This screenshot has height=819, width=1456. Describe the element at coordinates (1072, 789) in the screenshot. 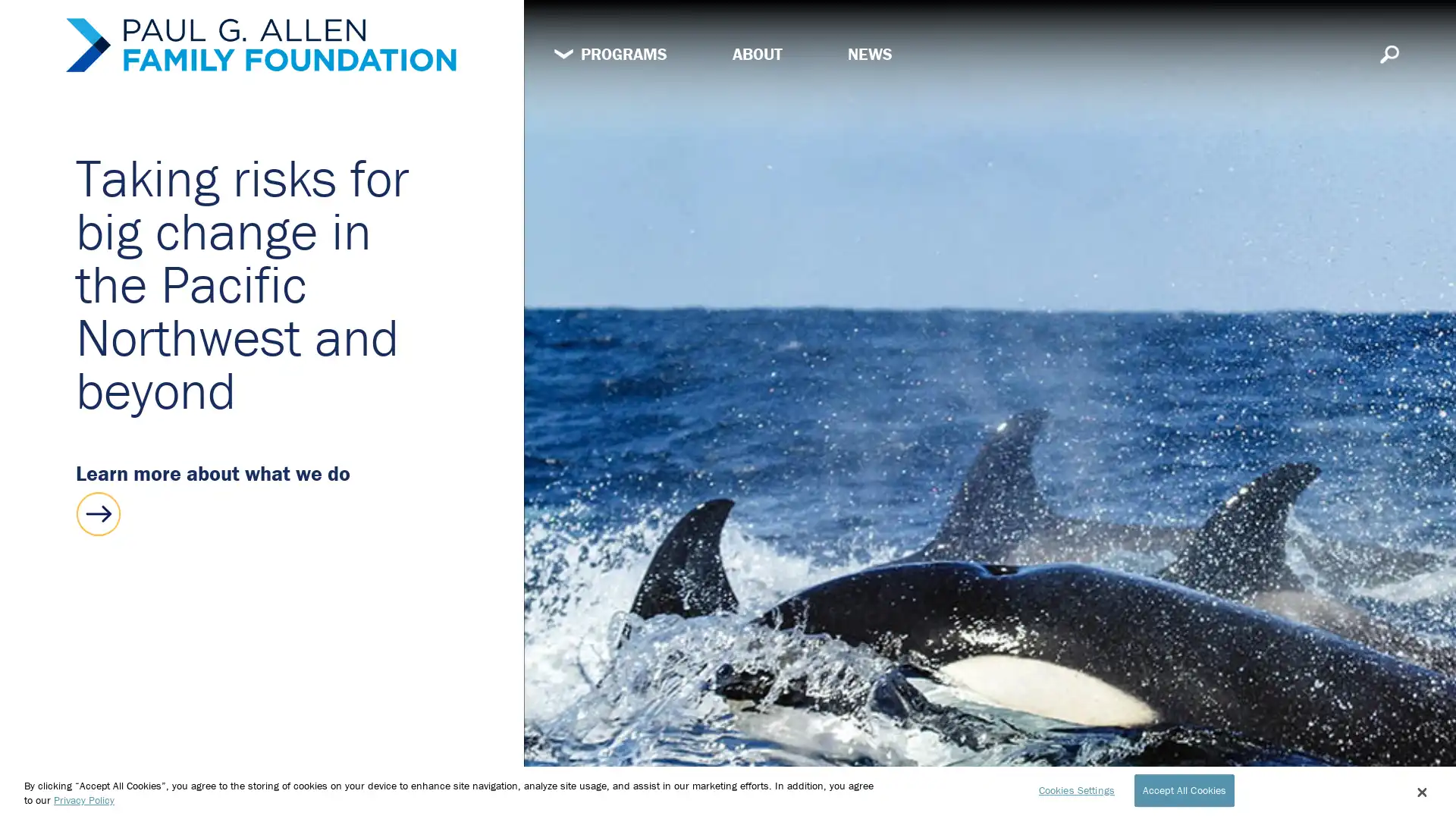

I see `Cookies Settings` at that location.